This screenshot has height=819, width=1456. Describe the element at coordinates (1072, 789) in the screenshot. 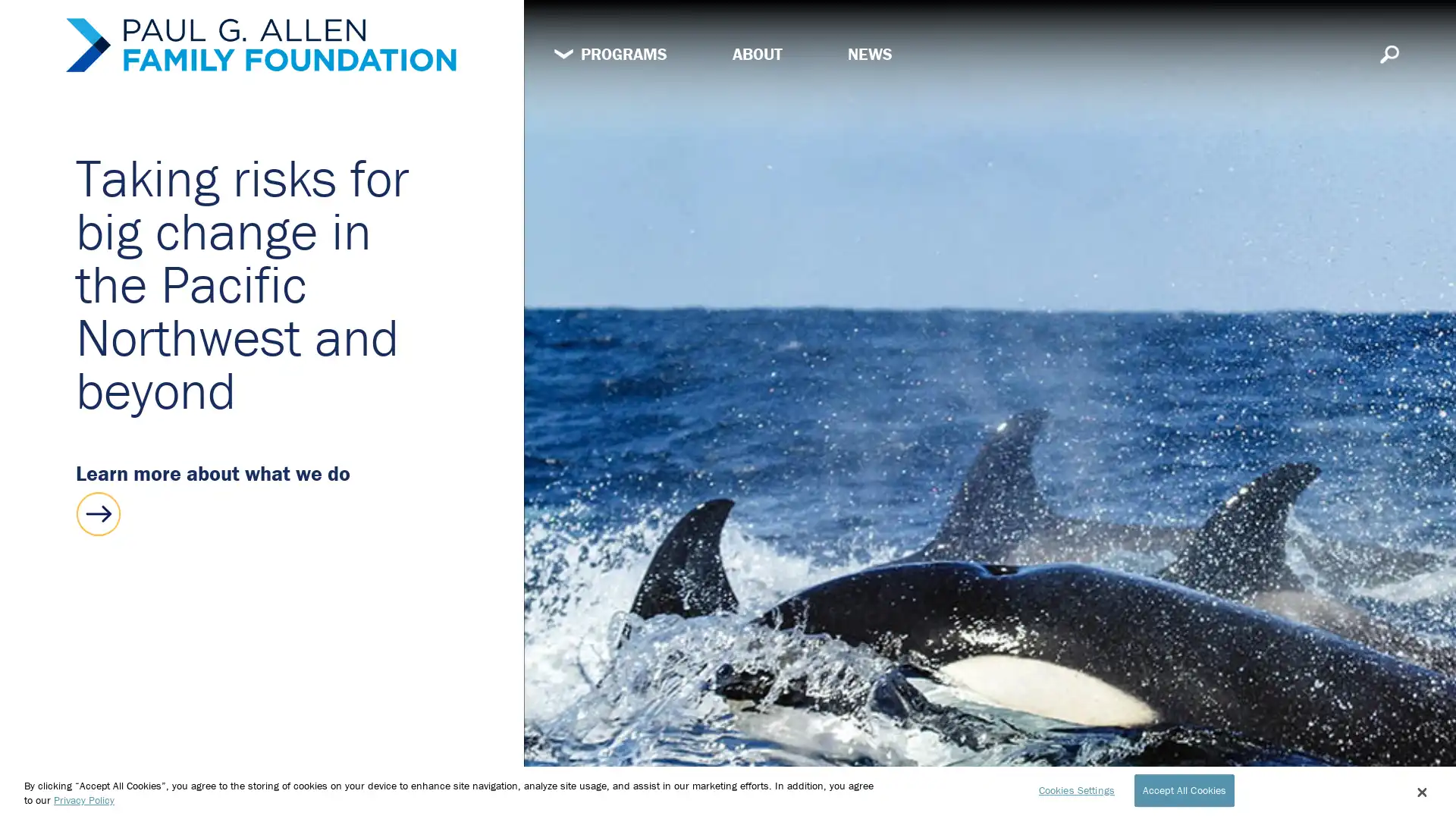

I see `Cookies Settings` at that location.